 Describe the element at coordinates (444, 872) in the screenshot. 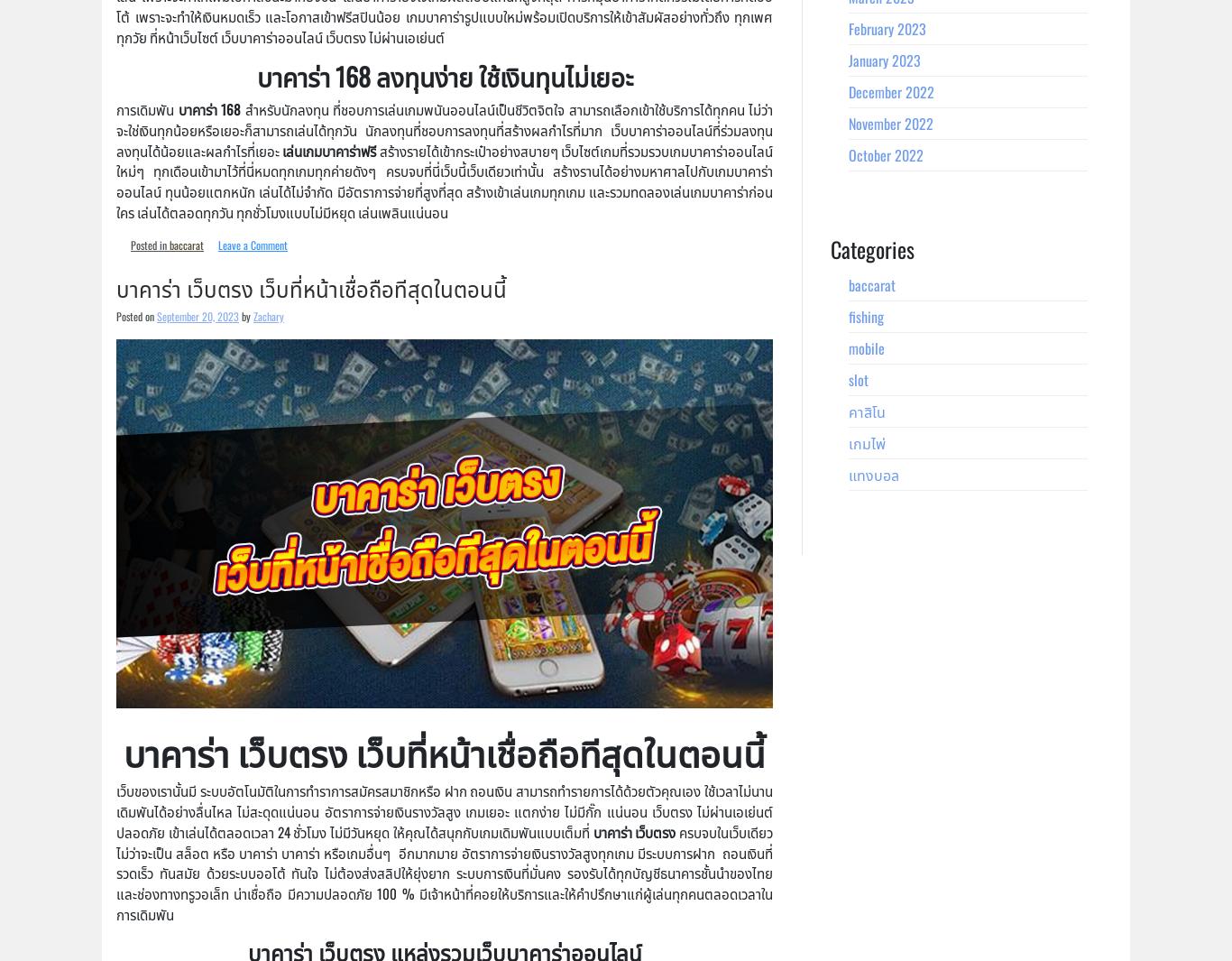

I see `'ครบจบในเว็บเดียว ไม่ว่าจะเป็น สล็อต หรือ บาคาร่า บาคาร่า หรือเกมอื่นๆ  อีกมากมาย อัตราการจ่ายเงินรางวัลสูงทุกเกม มีระบบการฝาก  ถอนเงินที่รวดเร็ว ทันสมัย ด้วยระบบออโต้ ทันใจ ไม่ต้องส่งสลิปให้ยุ่งยาก ระบบการเงินที่มั่นคง รองรับได้ทุกบัญชีธนาคารชั้นนำของไทย และช่องทางทรูวอเล็ท น่าเชื่อถือ มีความปลอดภัย 100 % มีเจ้าหน้าที่คอยให้บริการและให้คำปรึกษาแก่ผู้เล่นทุกคนตลอดเวลาในการเดิมพัน'` at that location.